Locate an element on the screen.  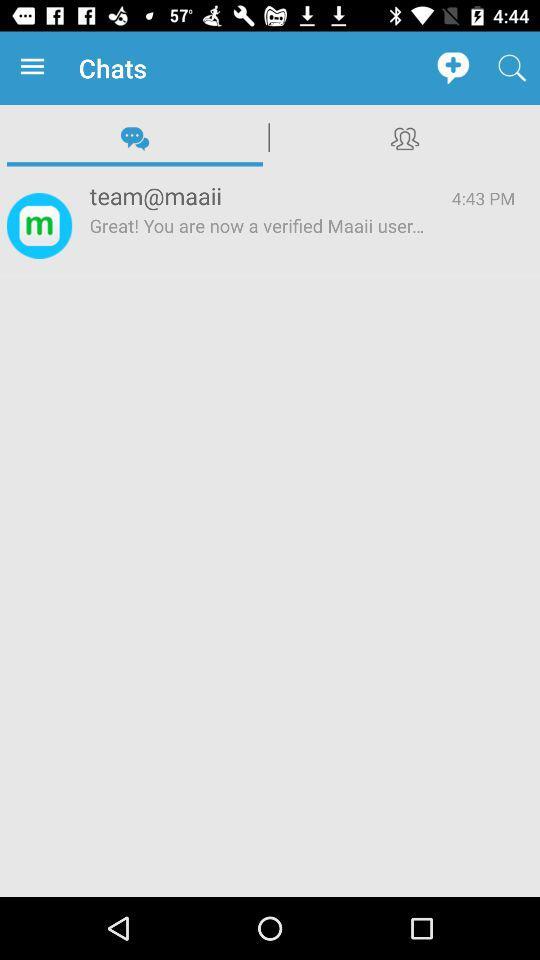
icon below team@maaii is located at coordinates (258, 244).